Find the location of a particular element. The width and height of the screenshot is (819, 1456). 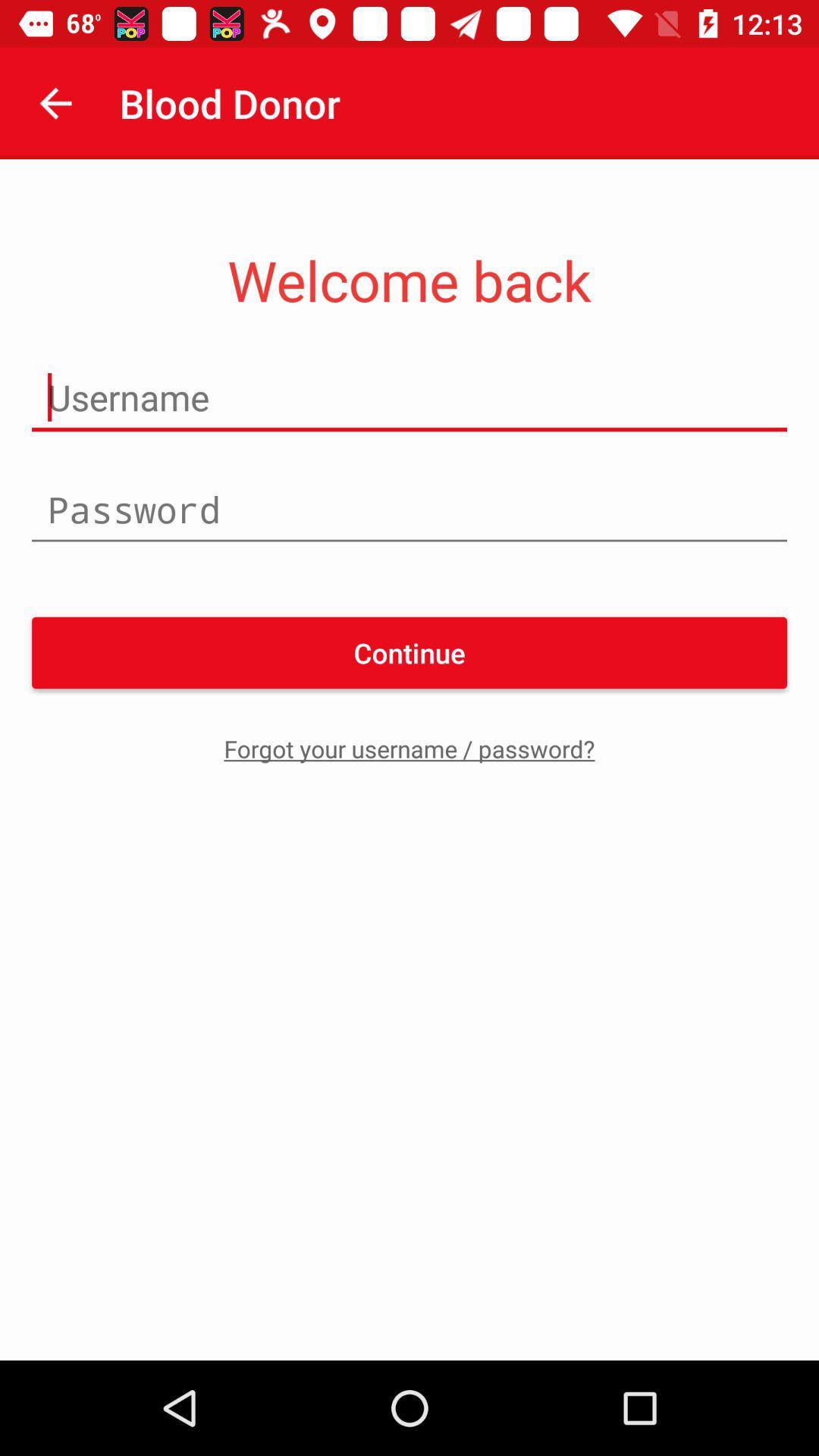

the icon below continue is located at coordinates (409, 748).